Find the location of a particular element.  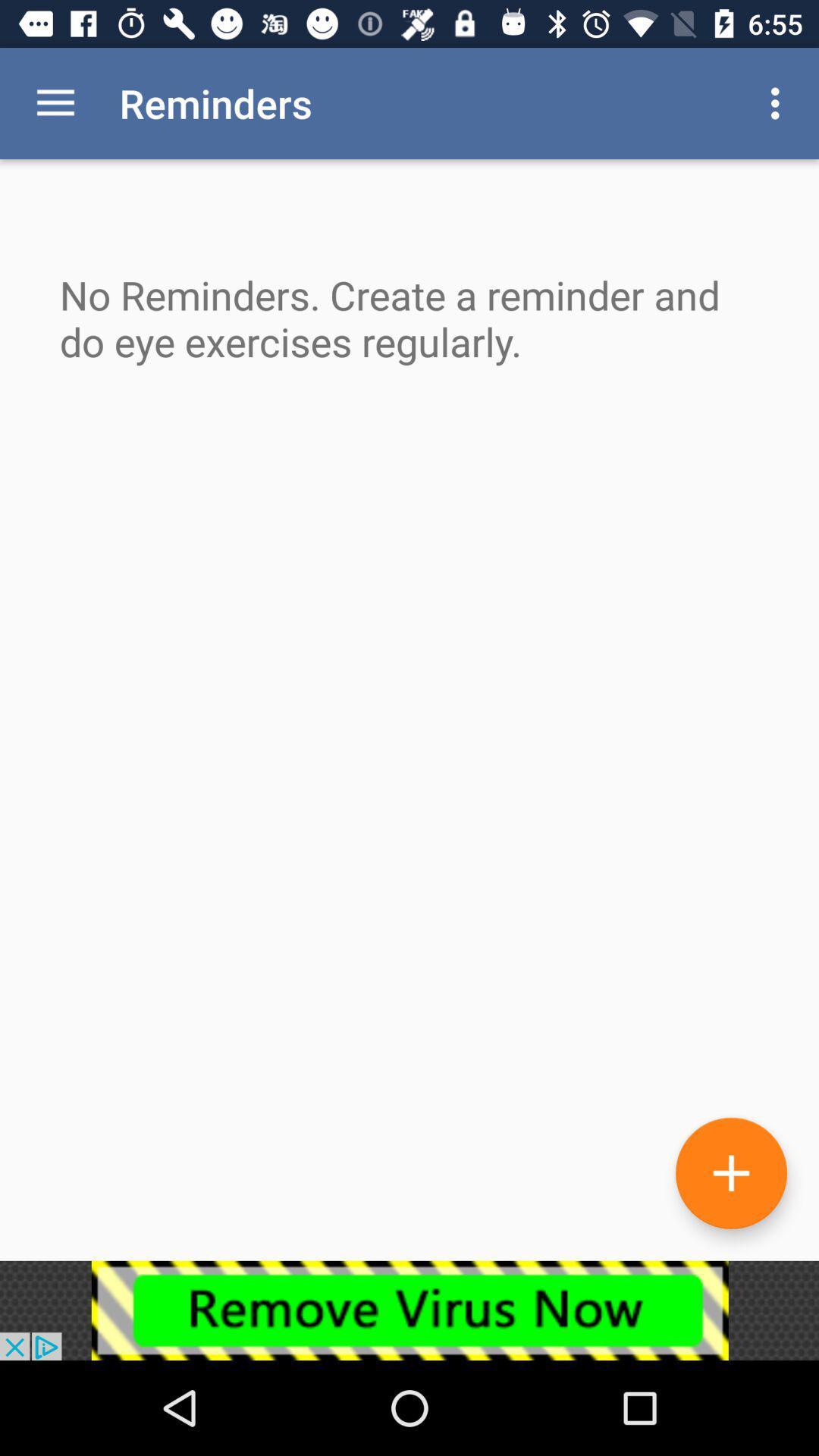

new eminder is located at coordinates (730, 1172).